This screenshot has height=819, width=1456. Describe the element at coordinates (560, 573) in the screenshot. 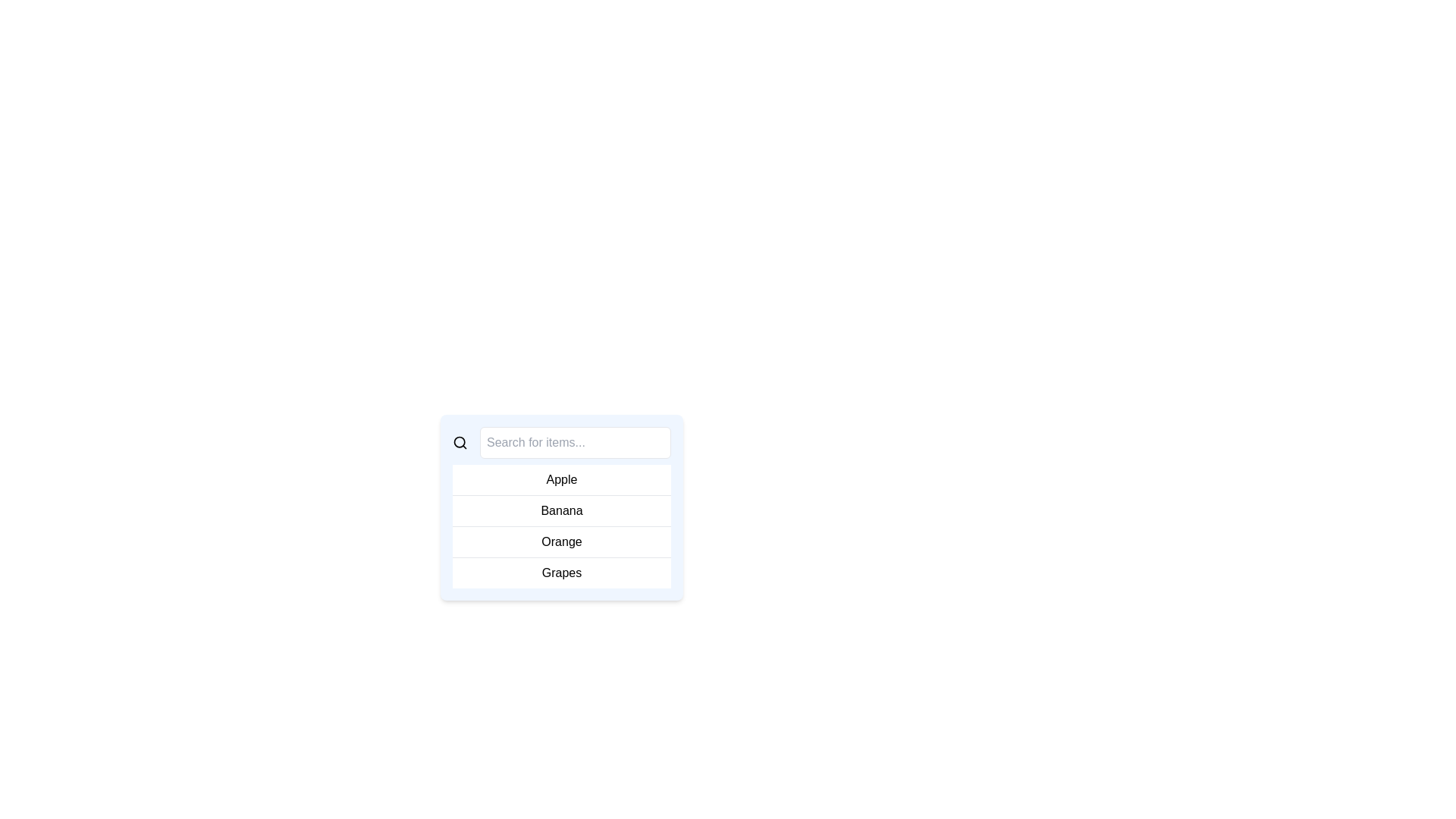

I see `the text item displaying 'Grapes'` at that location.